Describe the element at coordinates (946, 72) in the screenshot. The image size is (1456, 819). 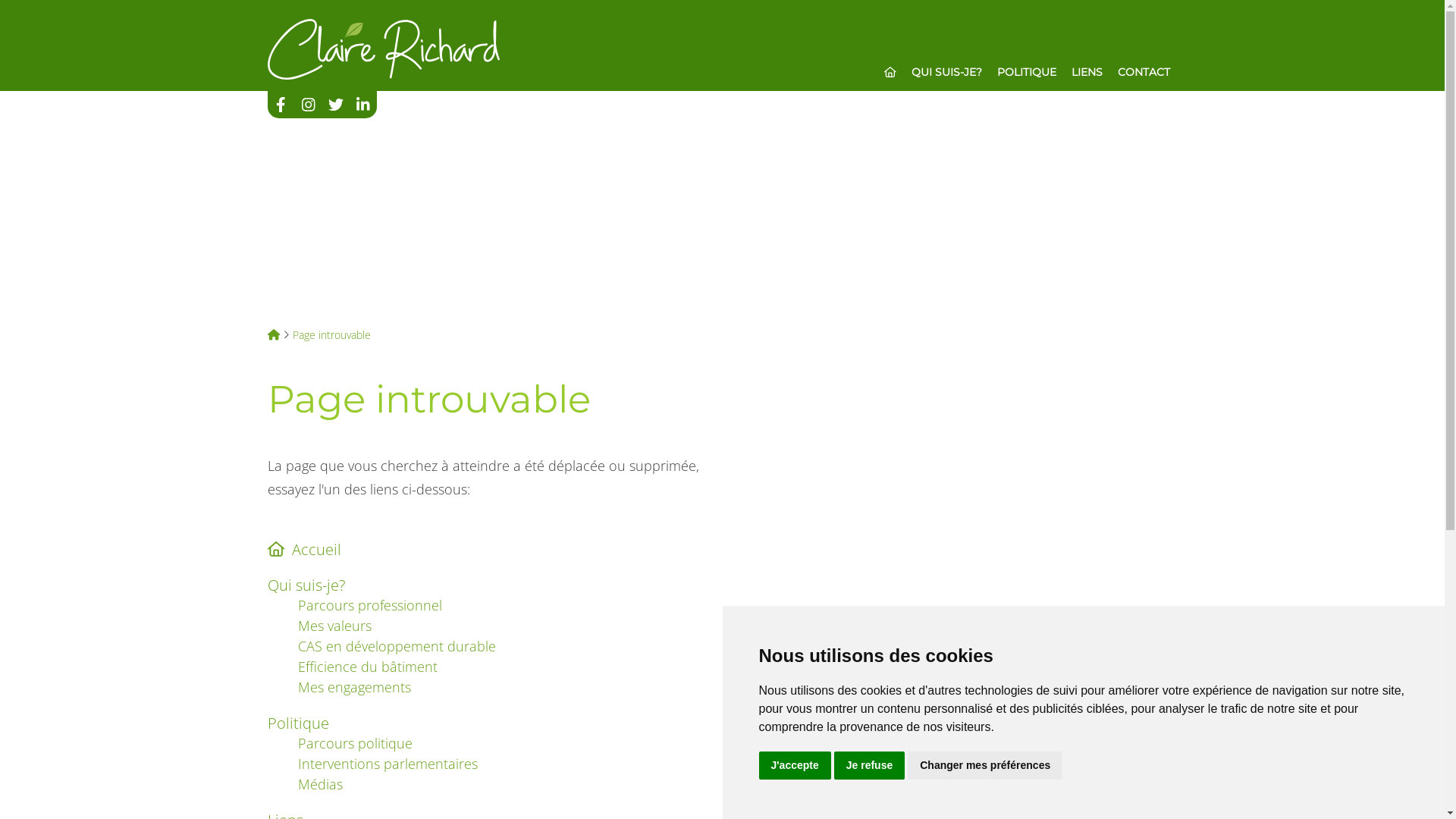
I see `'QUI SUIS-JE?'` at that location.